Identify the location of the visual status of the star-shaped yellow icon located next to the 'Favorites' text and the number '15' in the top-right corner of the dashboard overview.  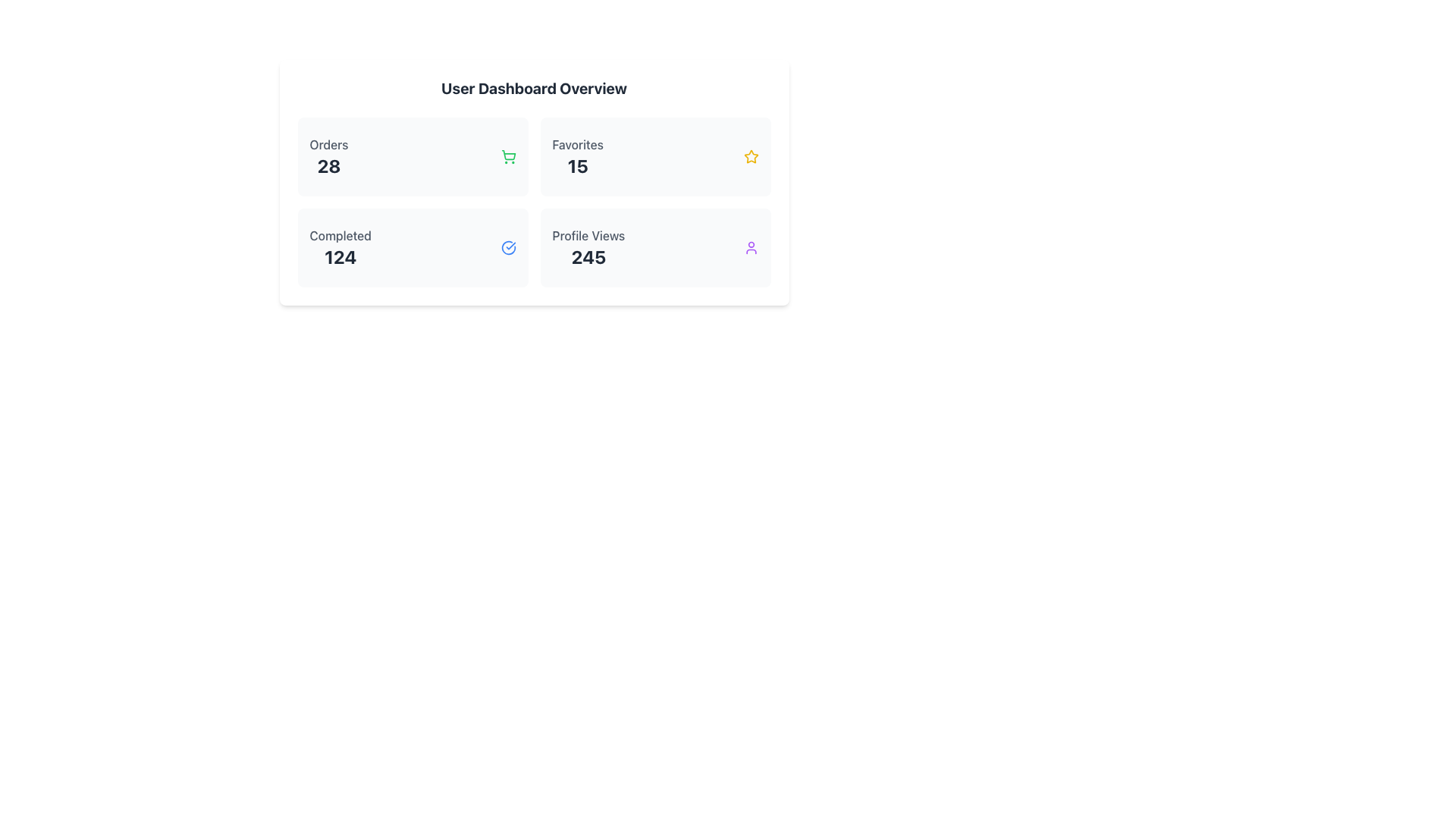
(751, 157).